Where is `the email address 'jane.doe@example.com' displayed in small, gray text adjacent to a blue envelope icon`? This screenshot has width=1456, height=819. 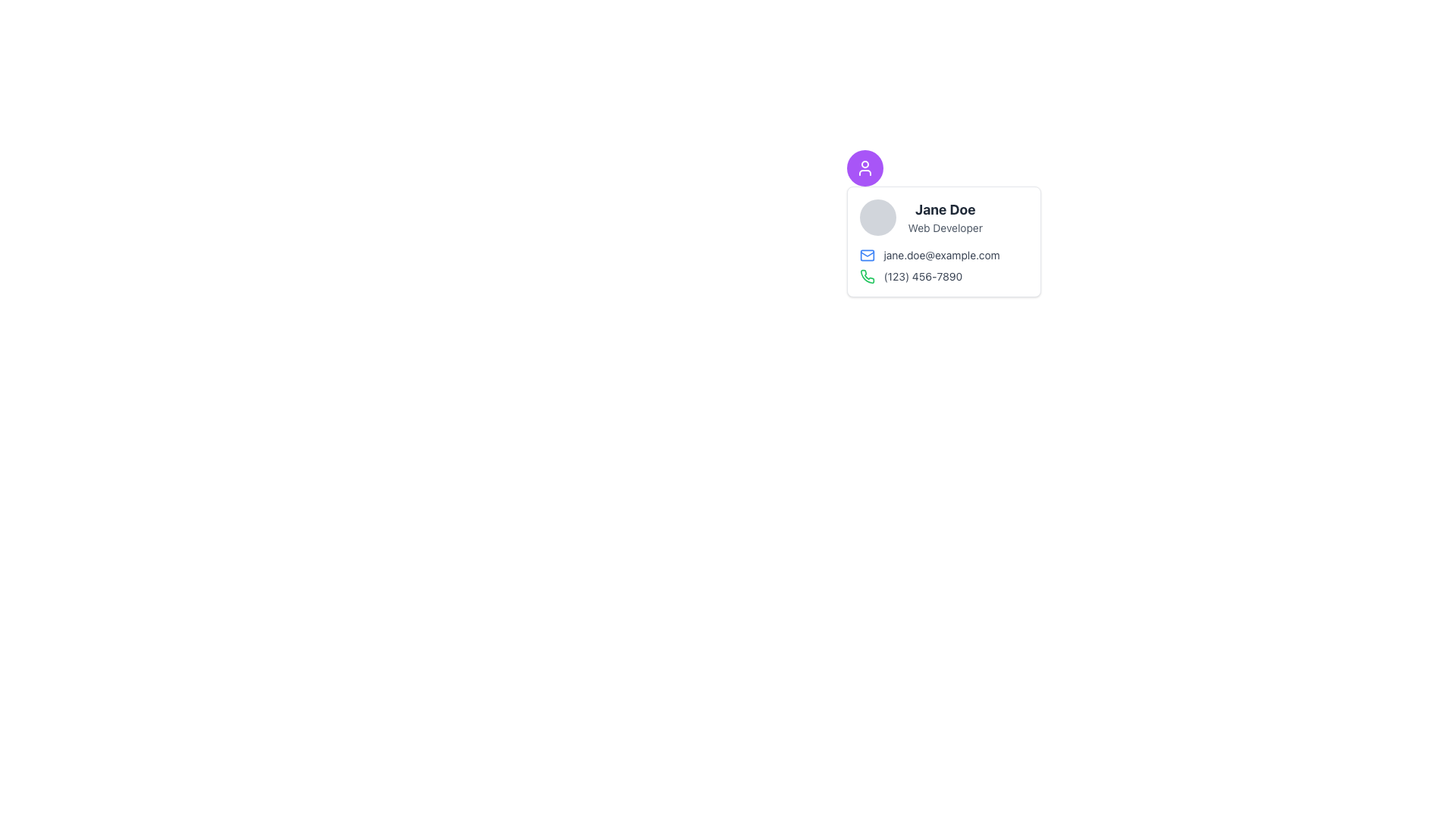
the email address 'jane.doe@example.com' displayed in small, gray text adjacent to a blue envelope icon is located at coordinates (943, 254).